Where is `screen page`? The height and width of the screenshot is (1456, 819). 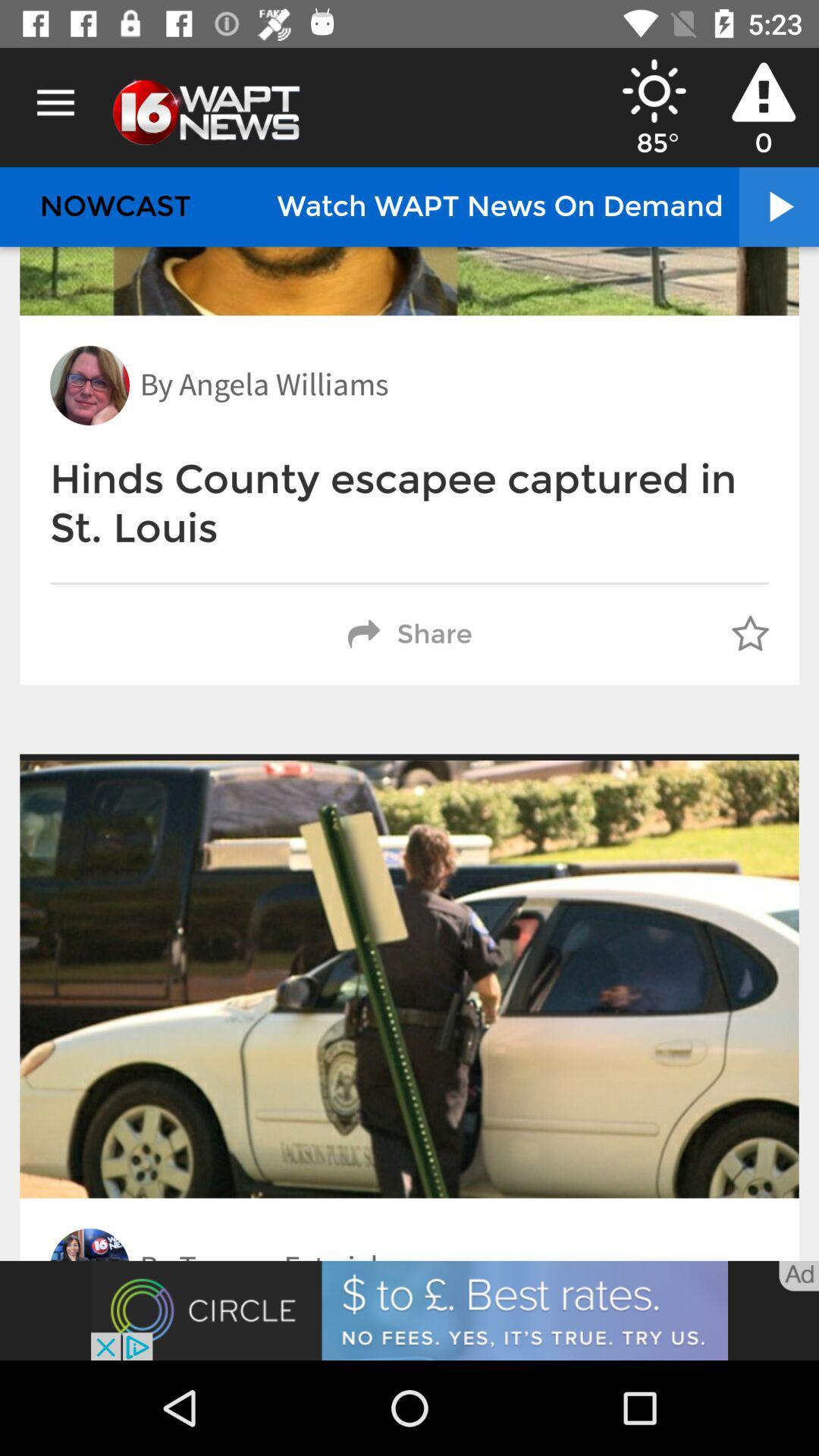 screen page is located at coordinates (409, 1310).